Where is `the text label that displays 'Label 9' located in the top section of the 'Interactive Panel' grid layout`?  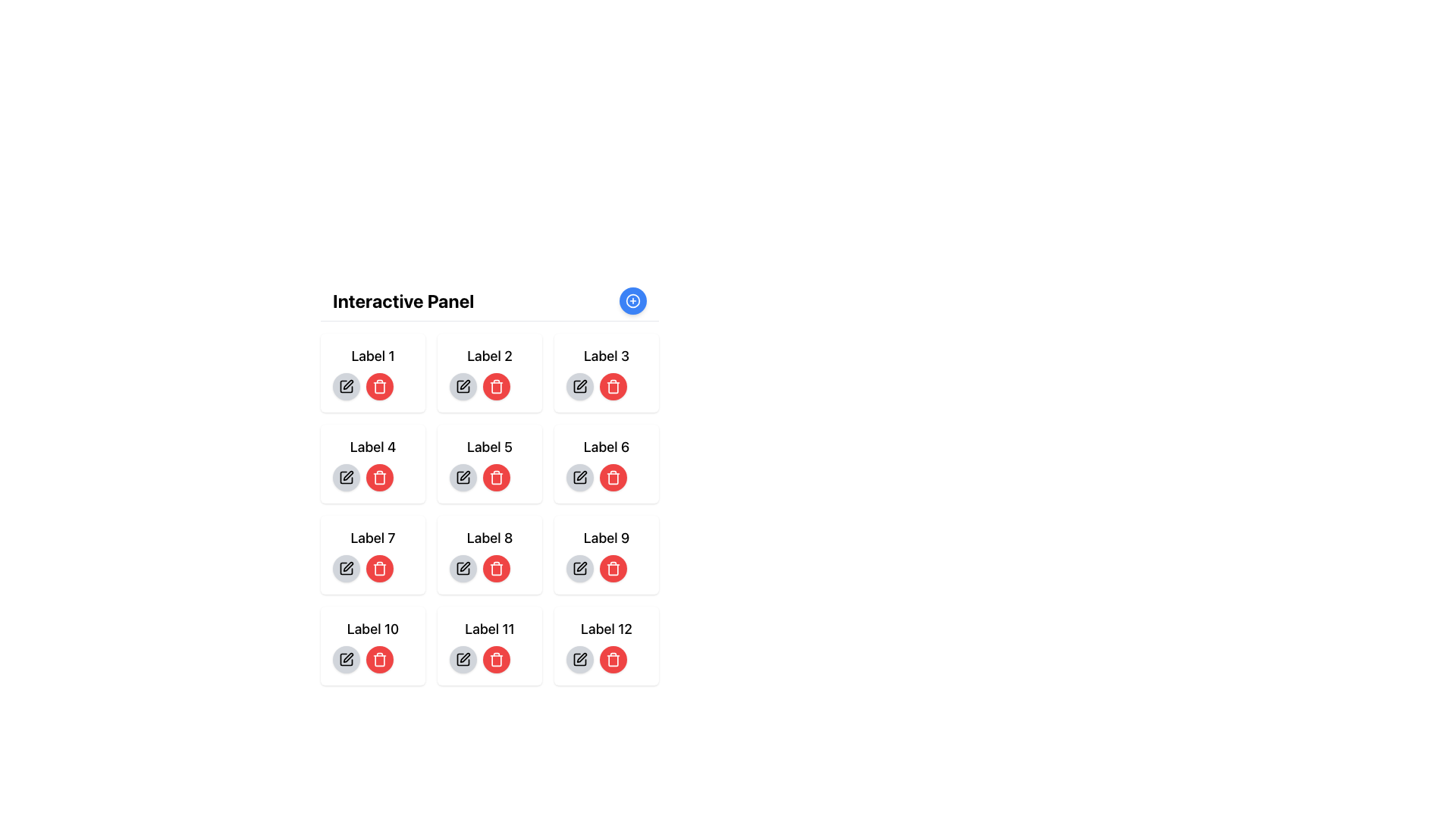 the text label that displays 'Label 9' located in the top section of the 'Interactive Panel' grid layout is located at coordinates (607, 537).